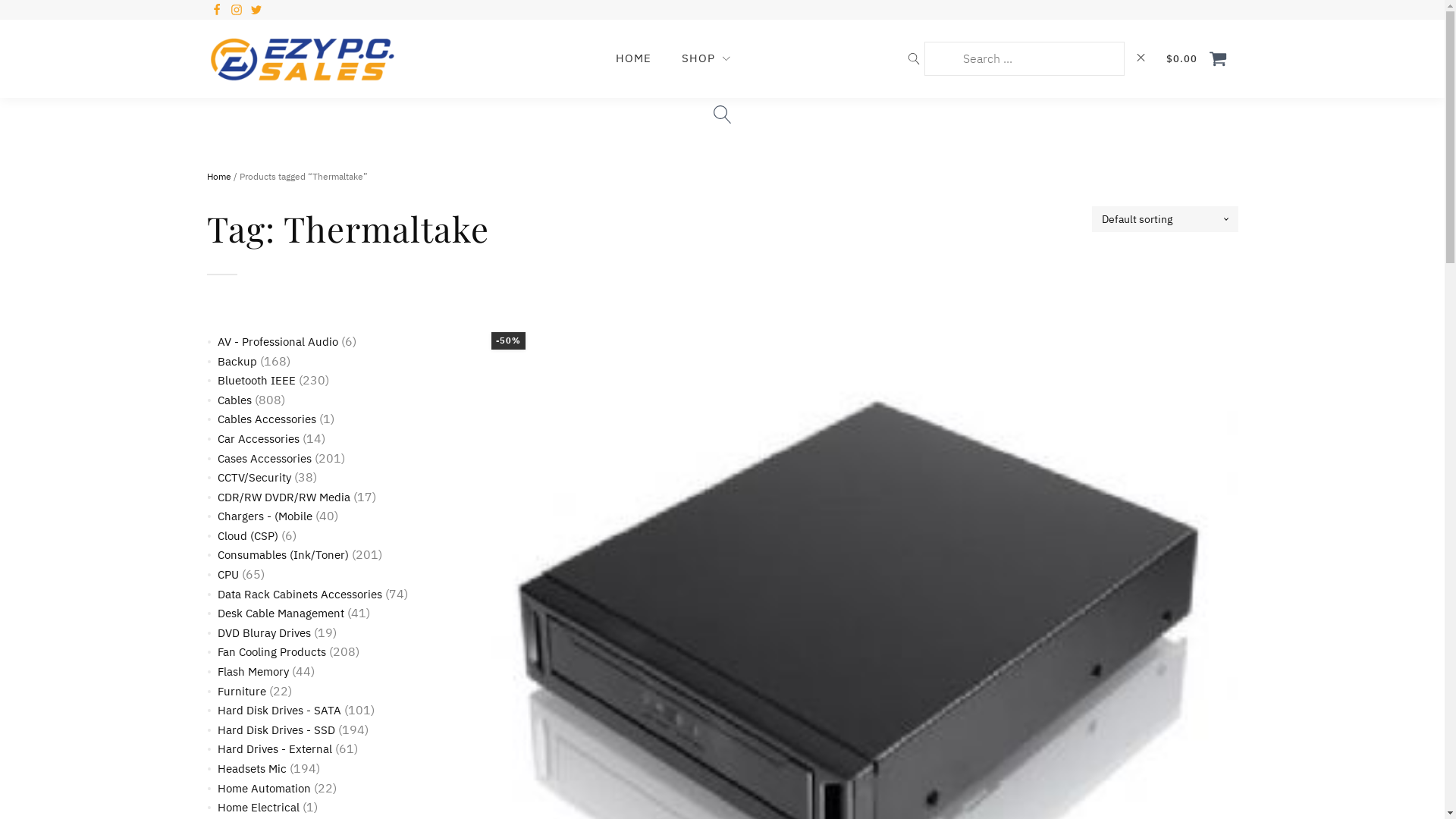 This screenshot has height=819, width=1456. What do you see at coordinates (226, 574) in the screenshot?
I see `'CPU'` at bounding box center [226, 574].